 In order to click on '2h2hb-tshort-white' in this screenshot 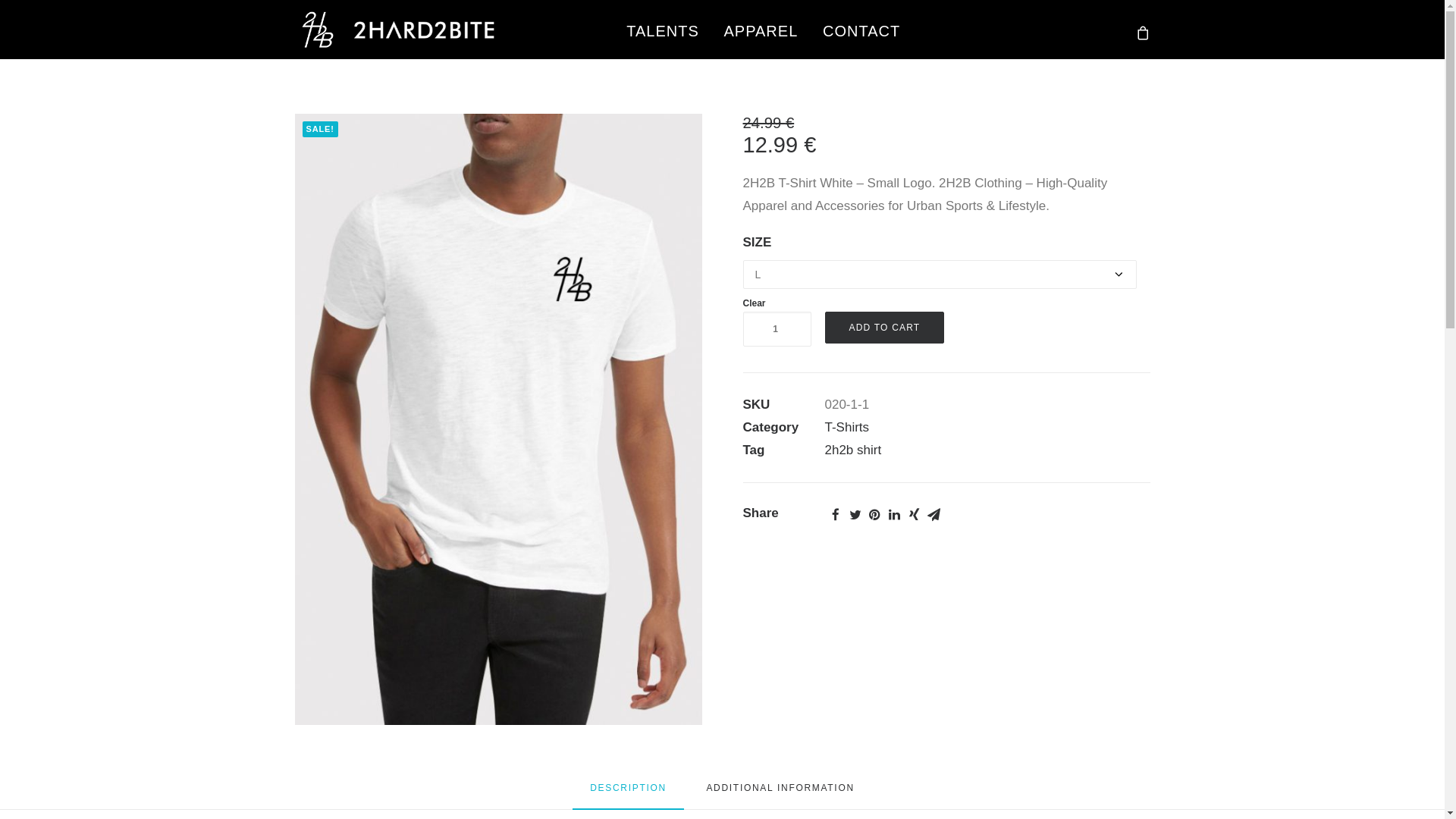, I will do `click(497, 419)`.